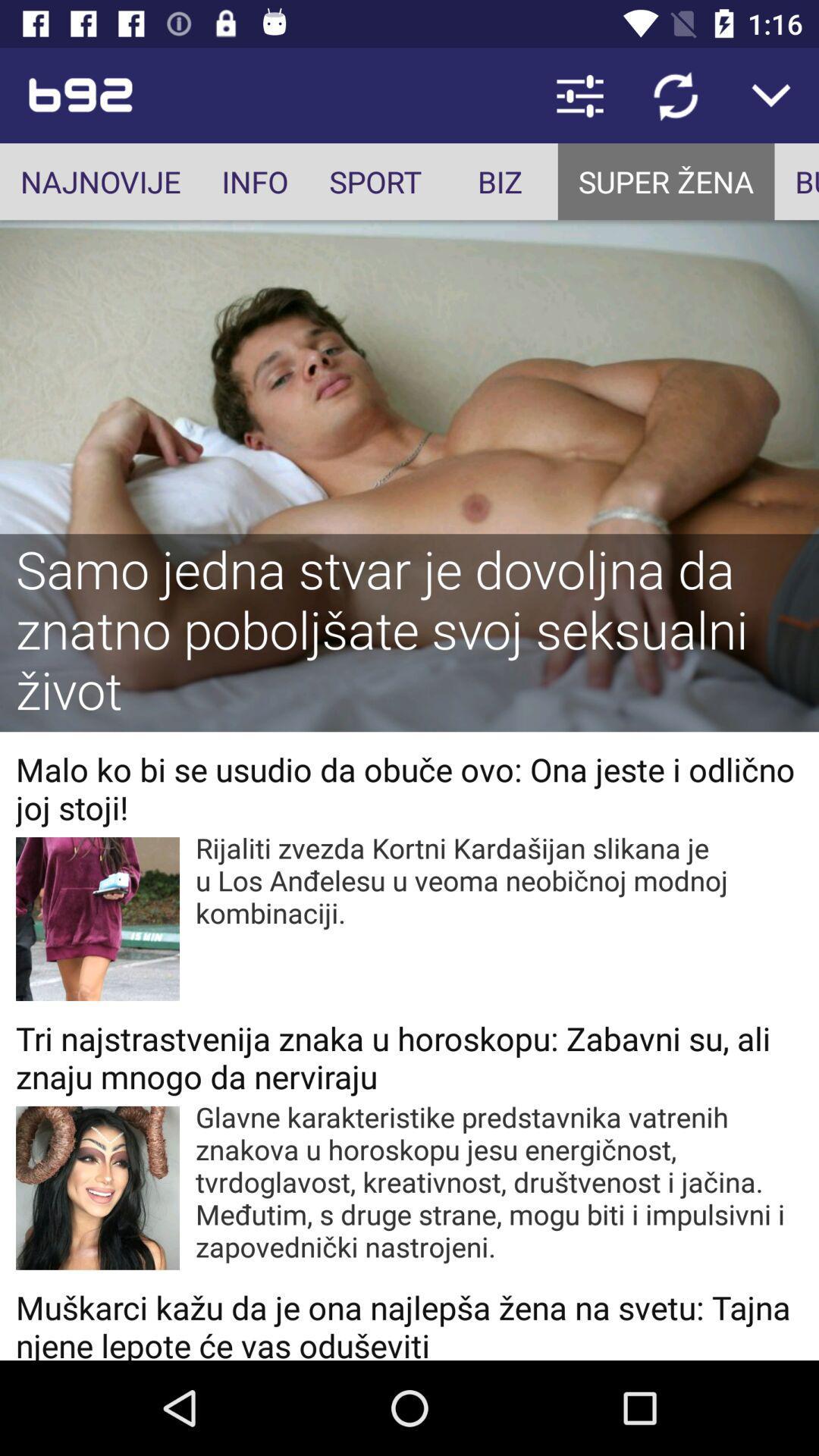 The image size is (819, 1456). Describe the element at coordinates (409, 1056) in the screenshot. I see `the tri najstrastvenija znaka item` at that location.